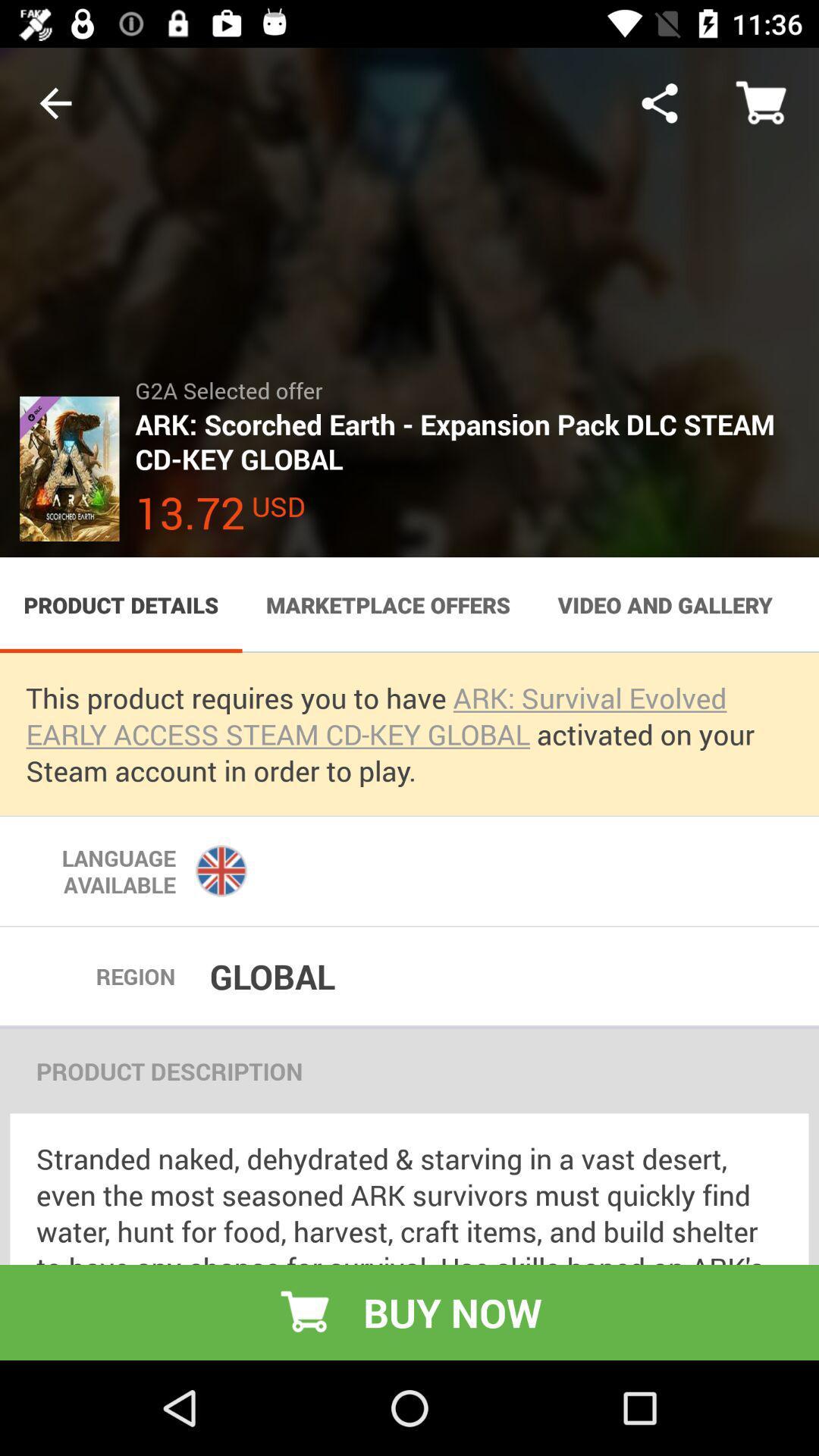 This screenshot has height=1456, width=819. Describe the element at coordinates (409, 734) in the screenshot. I see `the this product requires icon` at that location.